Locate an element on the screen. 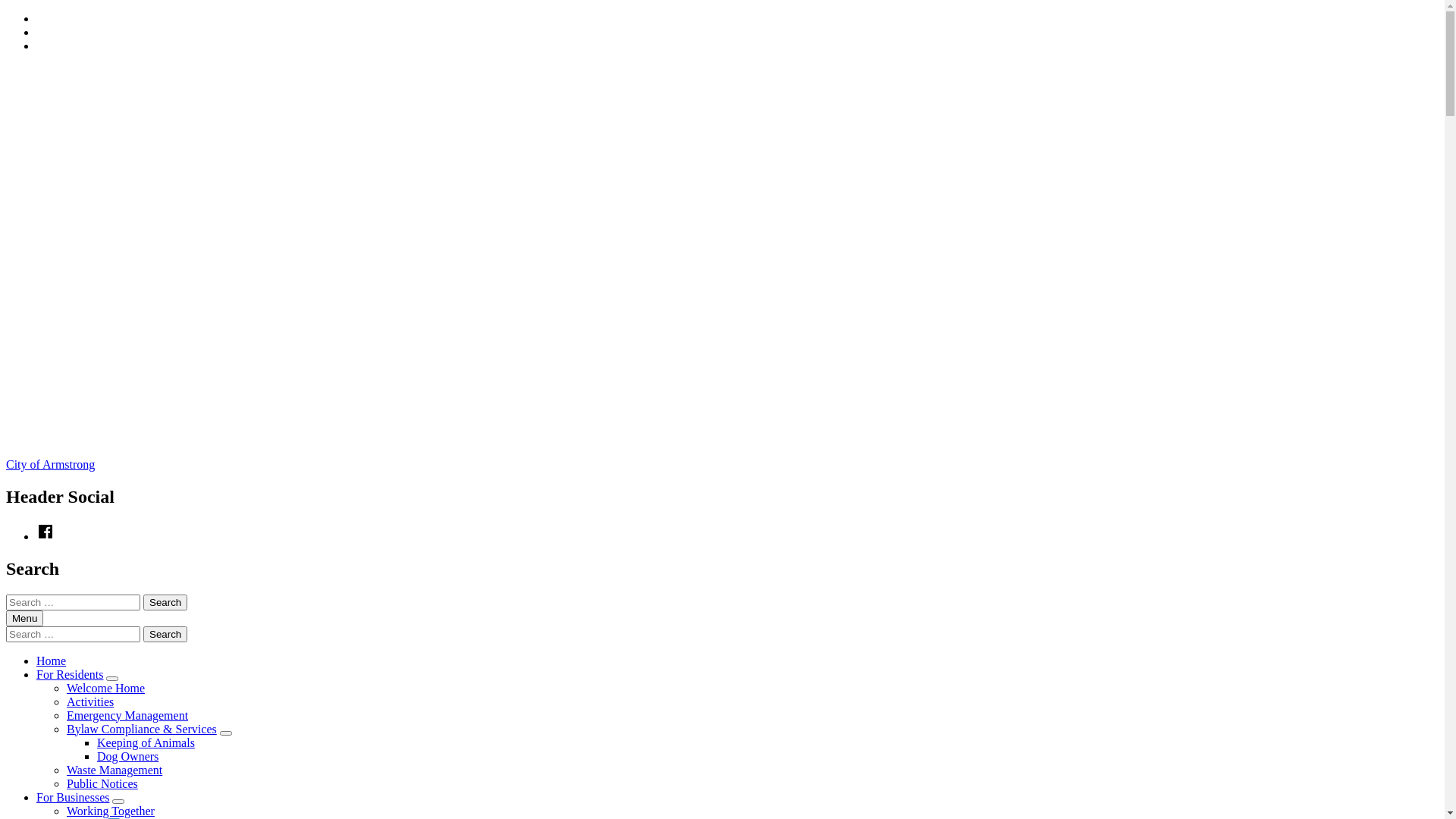 Image resolution: width=1456 pixels, height=819 pixels. 'Facebook' is located at coordinates (45, 535).